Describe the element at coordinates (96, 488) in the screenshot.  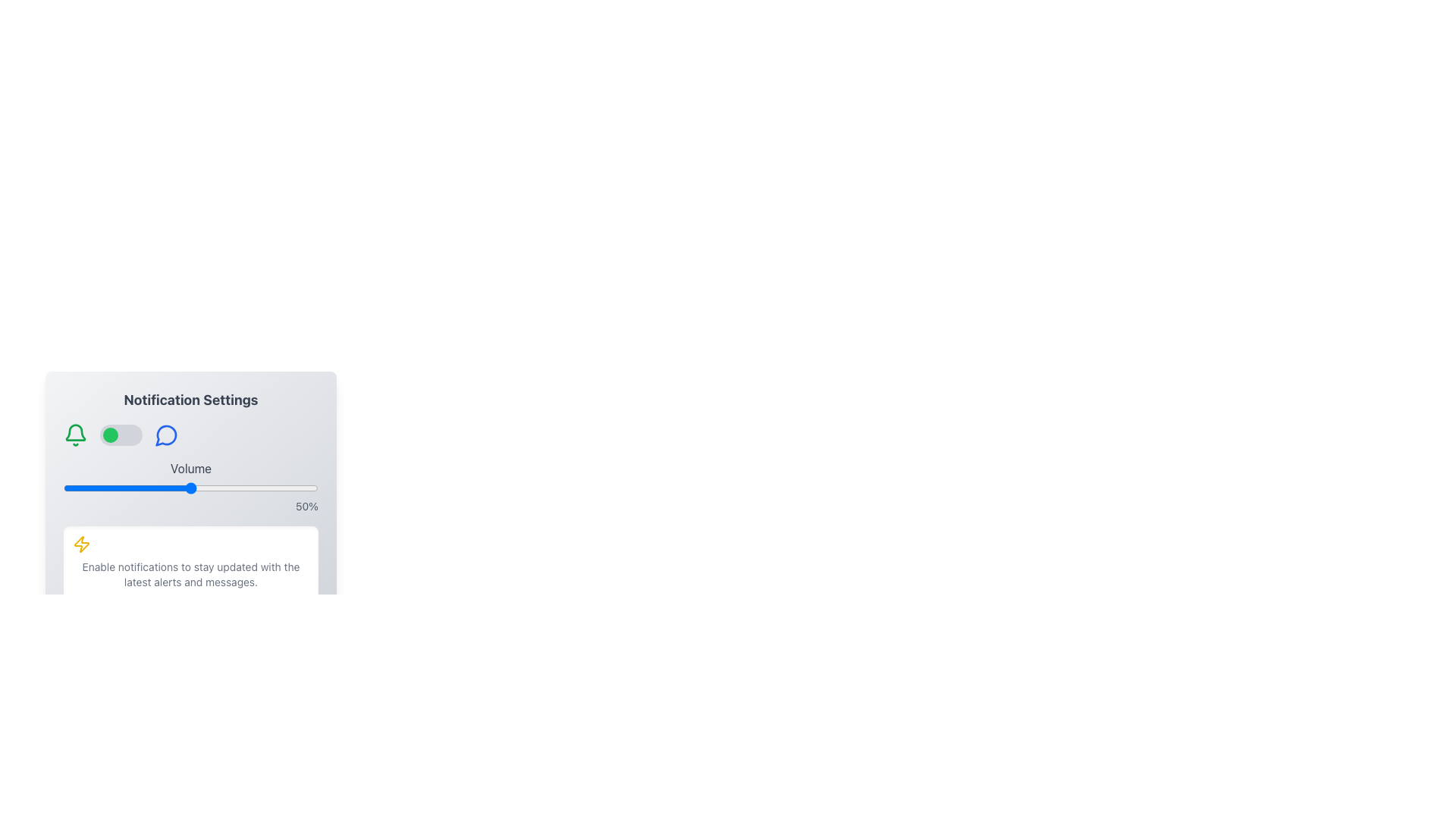
I see `the volume` at that location.